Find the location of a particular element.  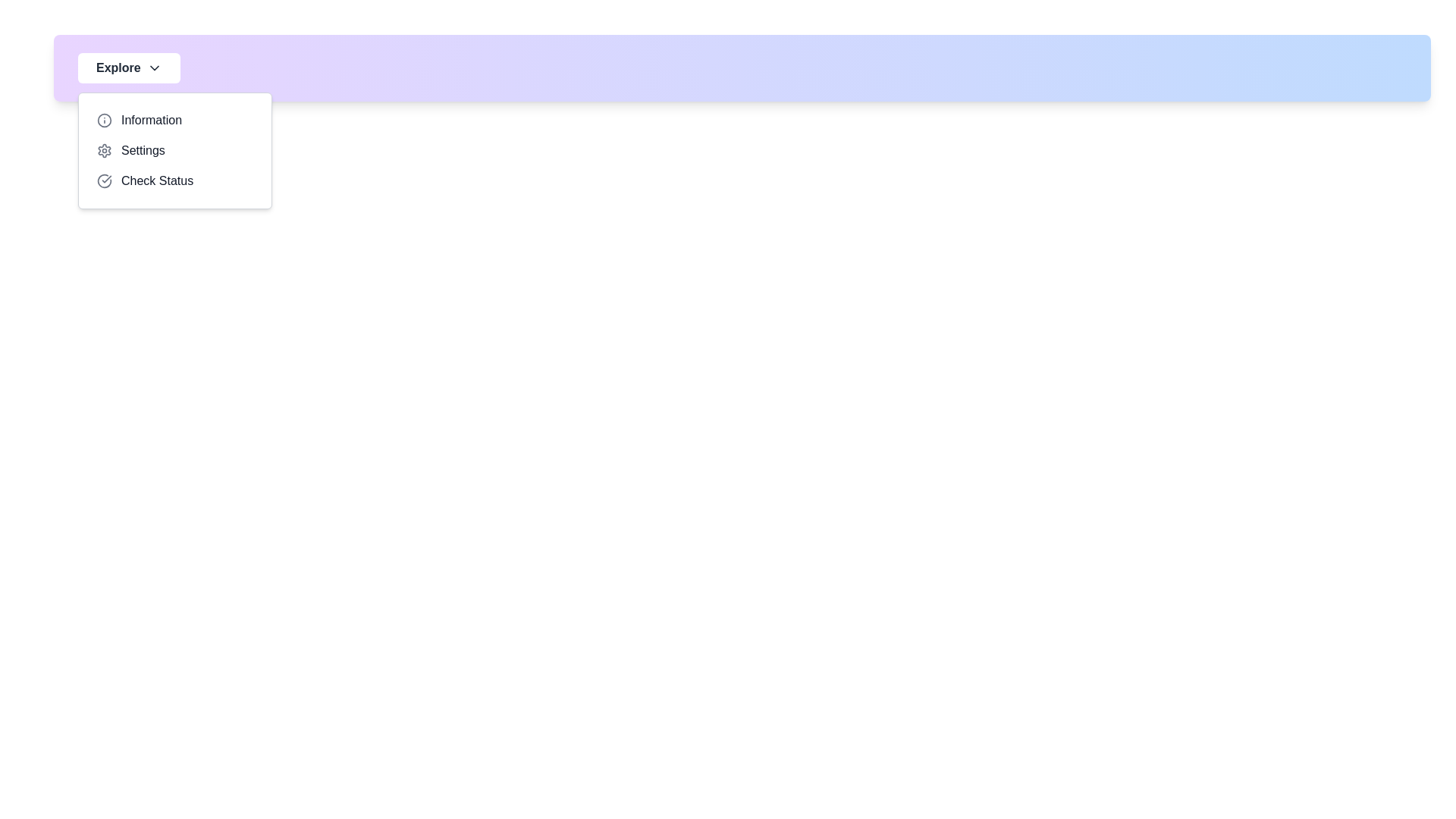

the icon of Check Status to trigger its feedback is located at coordinates (104, 180).